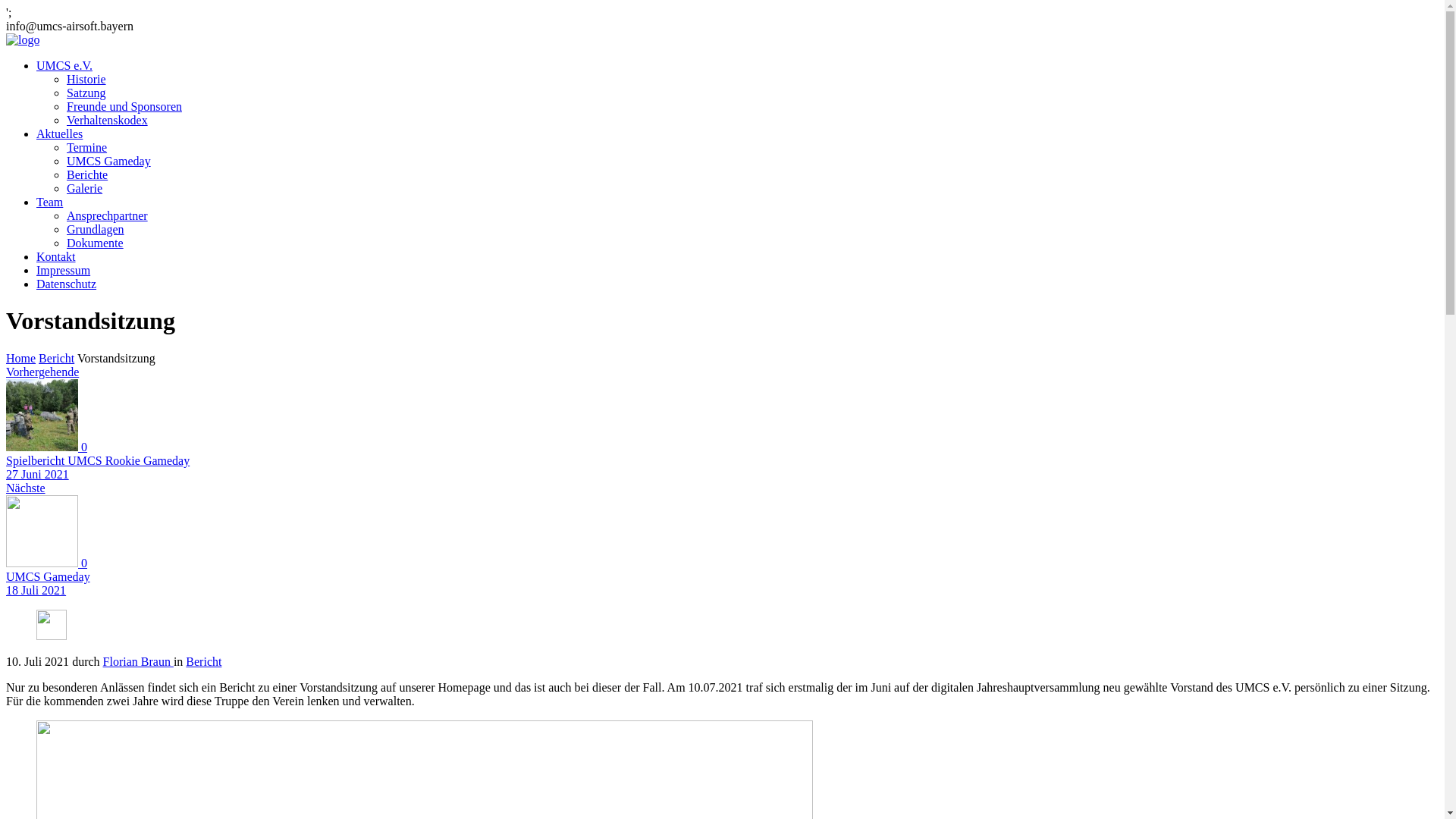 The image size is (1456, 819). What do you see at coordinates (36, 269) in the screenshot?
I see `'Impressum'` at bounding box center [36, 269].